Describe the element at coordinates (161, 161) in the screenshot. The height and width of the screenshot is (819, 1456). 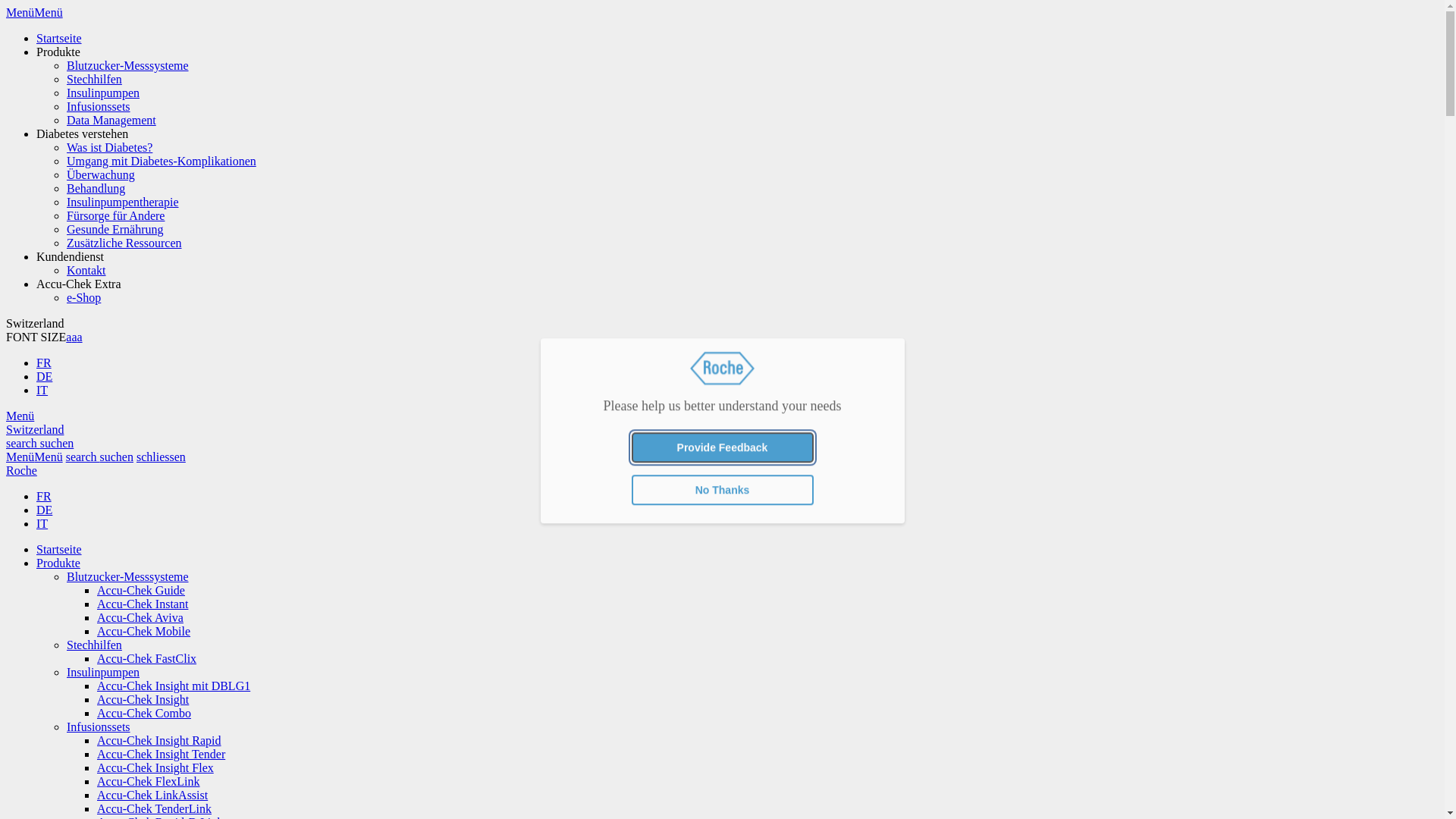
I see `'Umgang mit Diabetes-Komplikationen'` at that location.